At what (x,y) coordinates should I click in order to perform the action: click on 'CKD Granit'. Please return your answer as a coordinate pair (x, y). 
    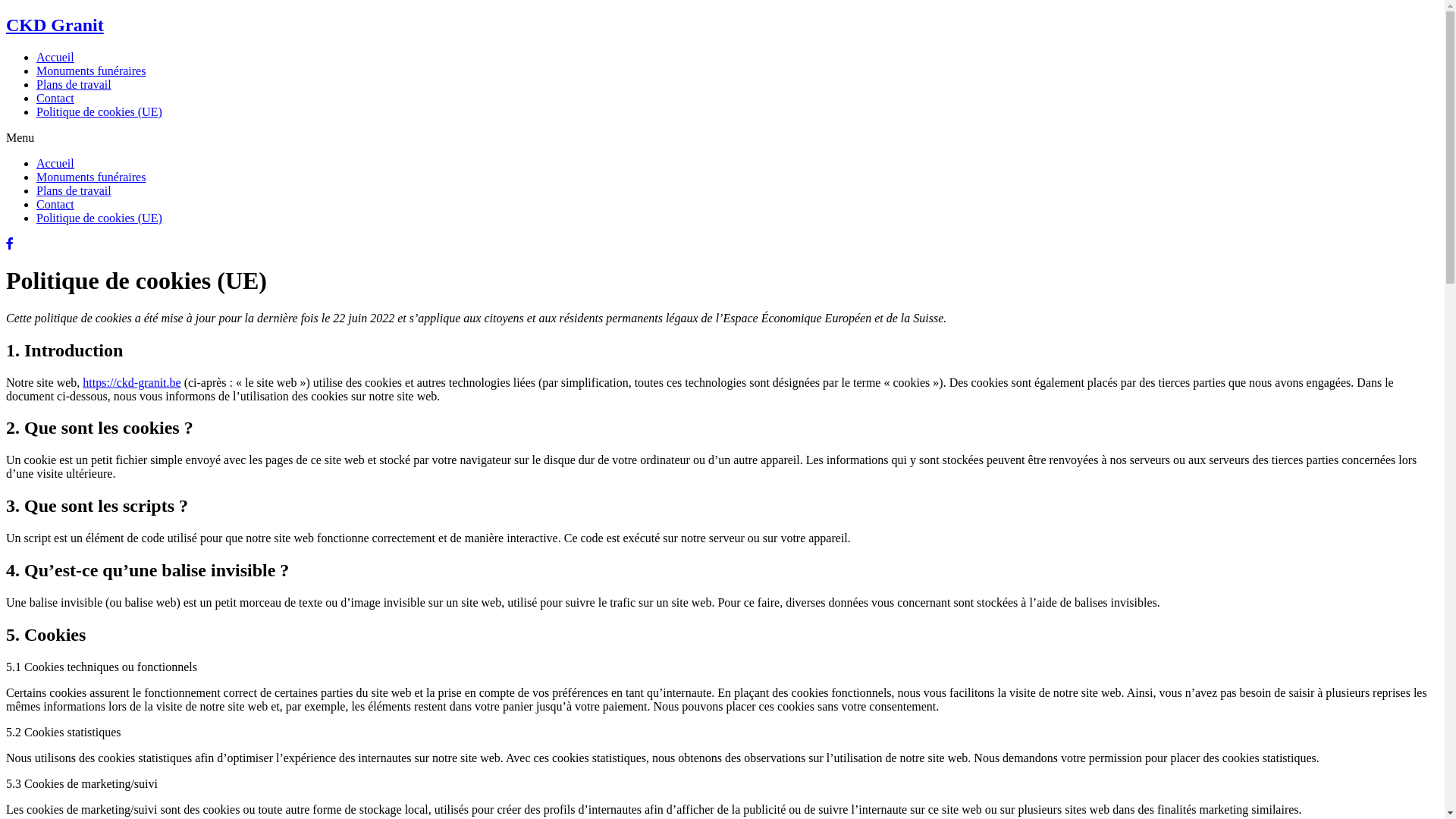
    Looking at the image, I should click on (6, 25).